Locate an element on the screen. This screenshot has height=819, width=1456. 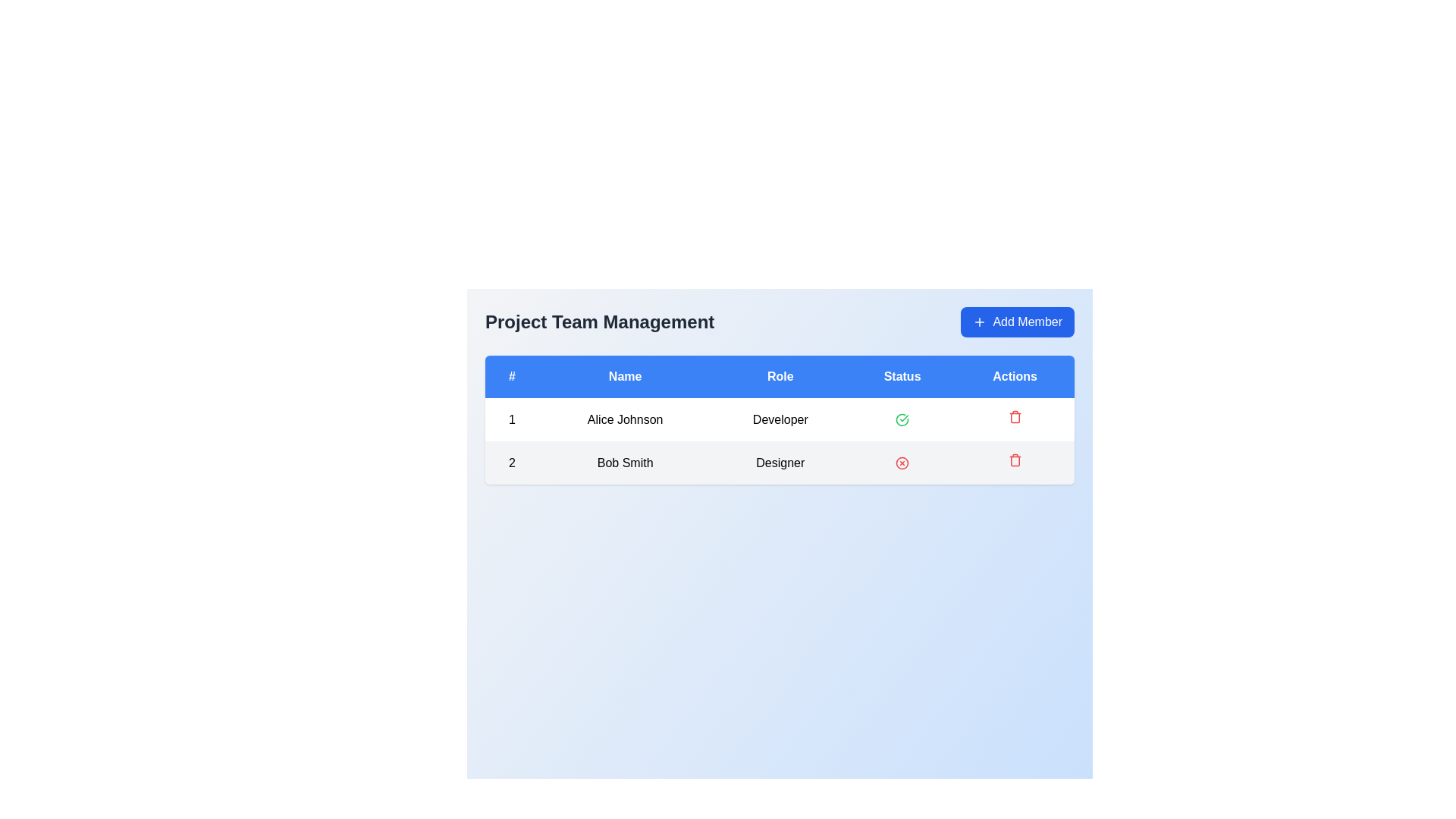
the static text element, which serves as the main heading of the page and is located to the left of the 'Add Member' button is located at coordinates (599, 321).